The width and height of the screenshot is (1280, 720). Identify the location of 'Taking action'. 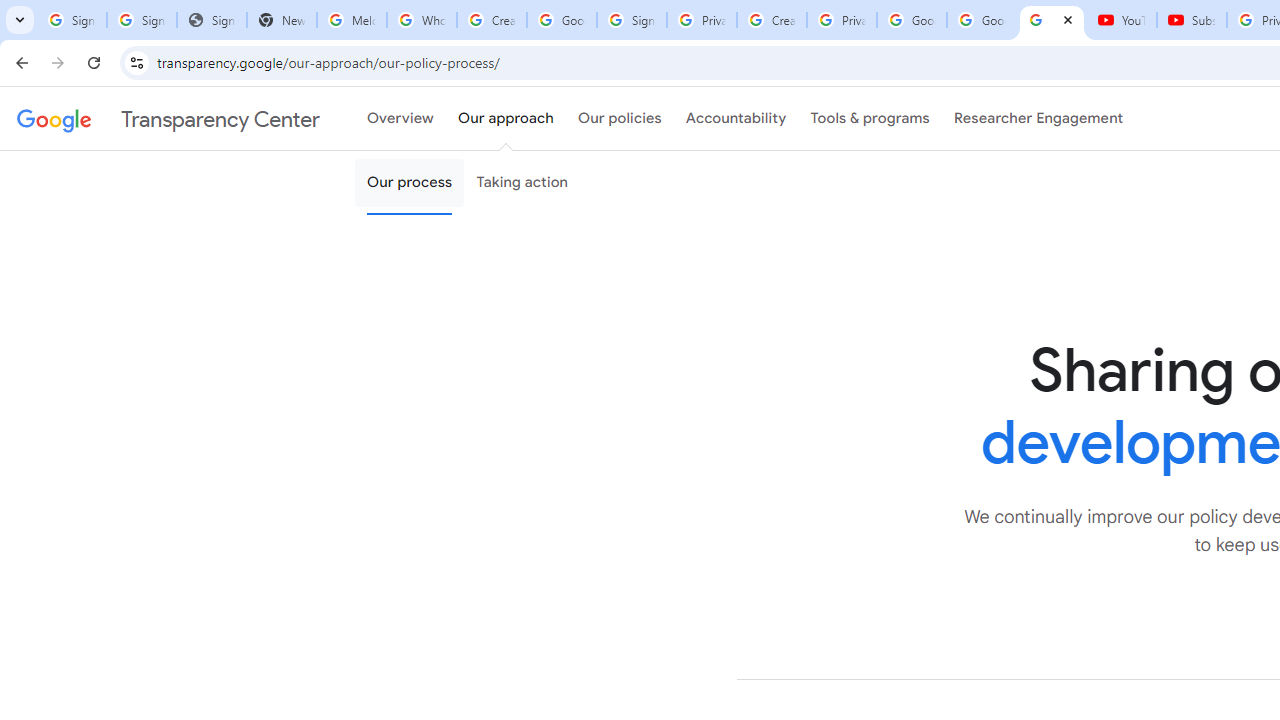
(522, 183).